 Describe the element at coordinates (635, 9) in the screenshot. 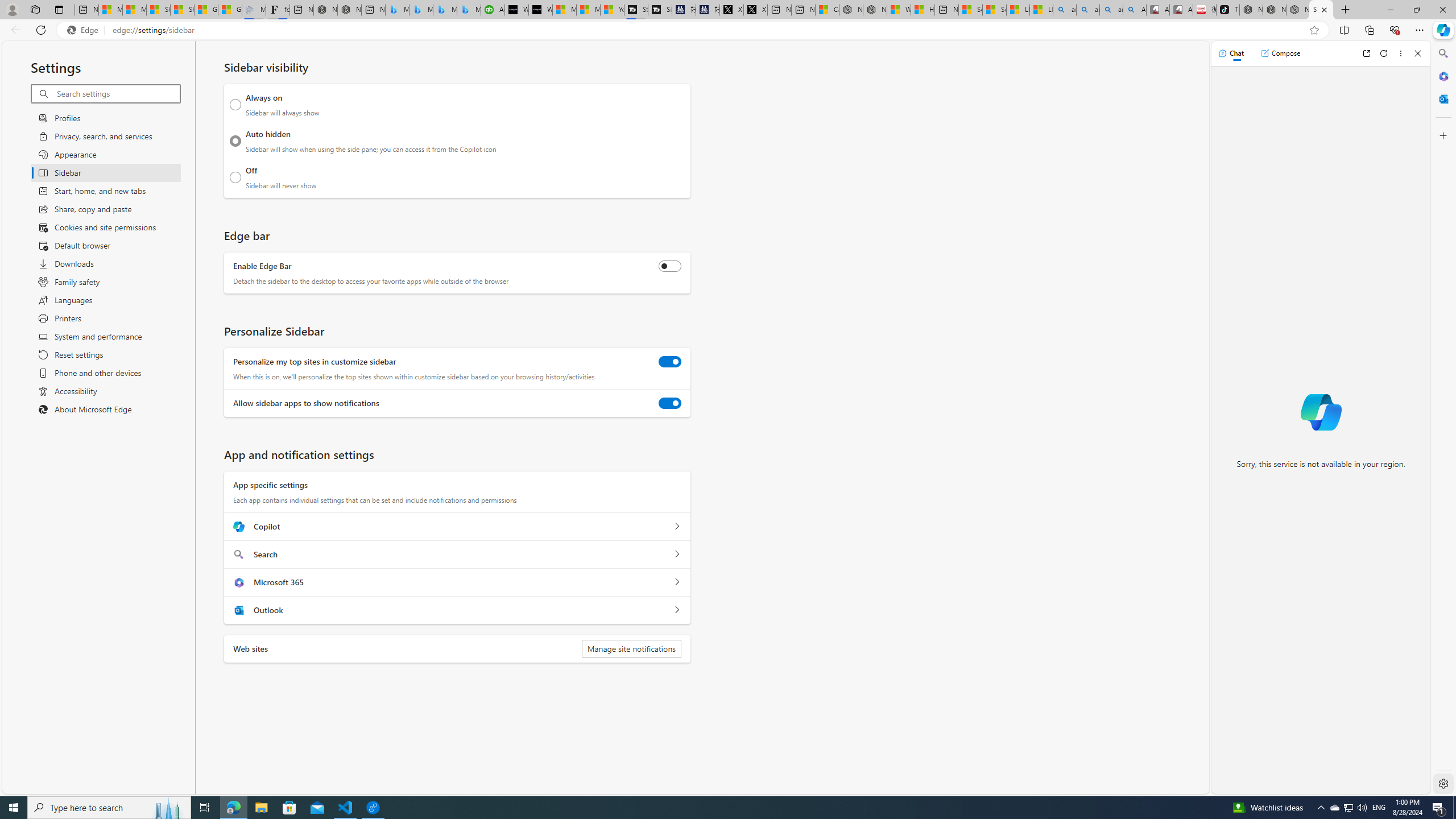

I see `'Streaming Coverage | T3'` at that location.